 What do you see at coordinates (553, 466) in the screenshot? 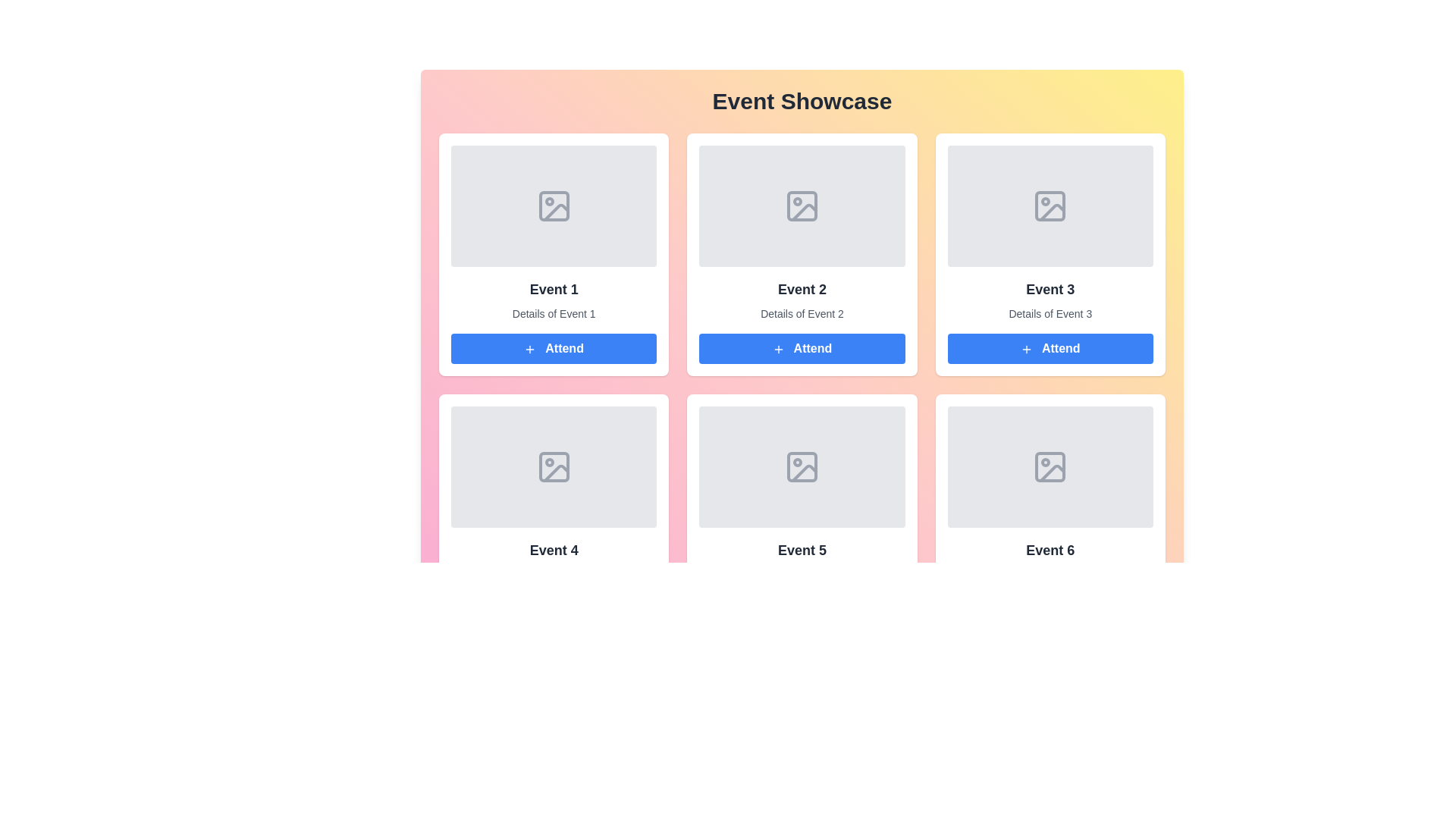
I see `the placeholder graphic icon located in the fourth card of the layout grid for 'Event 4', which is a pictorial icon representing a generic image with a thin gray outline` at bounding box center [553, 466].